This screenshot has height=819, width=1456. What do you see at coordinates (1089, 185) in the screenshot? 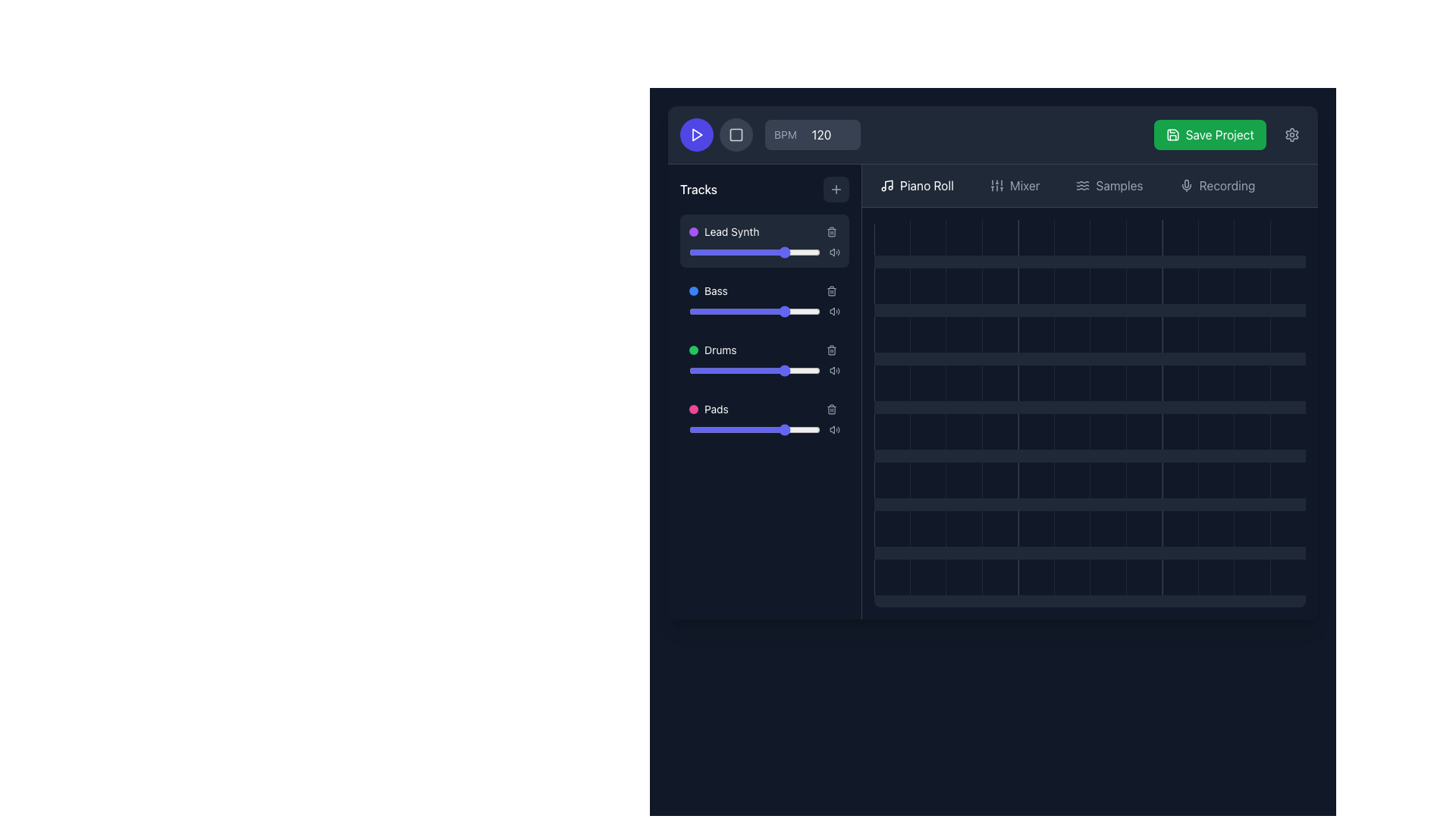
I see `the Navigation bar at the top of the interface` at bounding box center [1089, 185].